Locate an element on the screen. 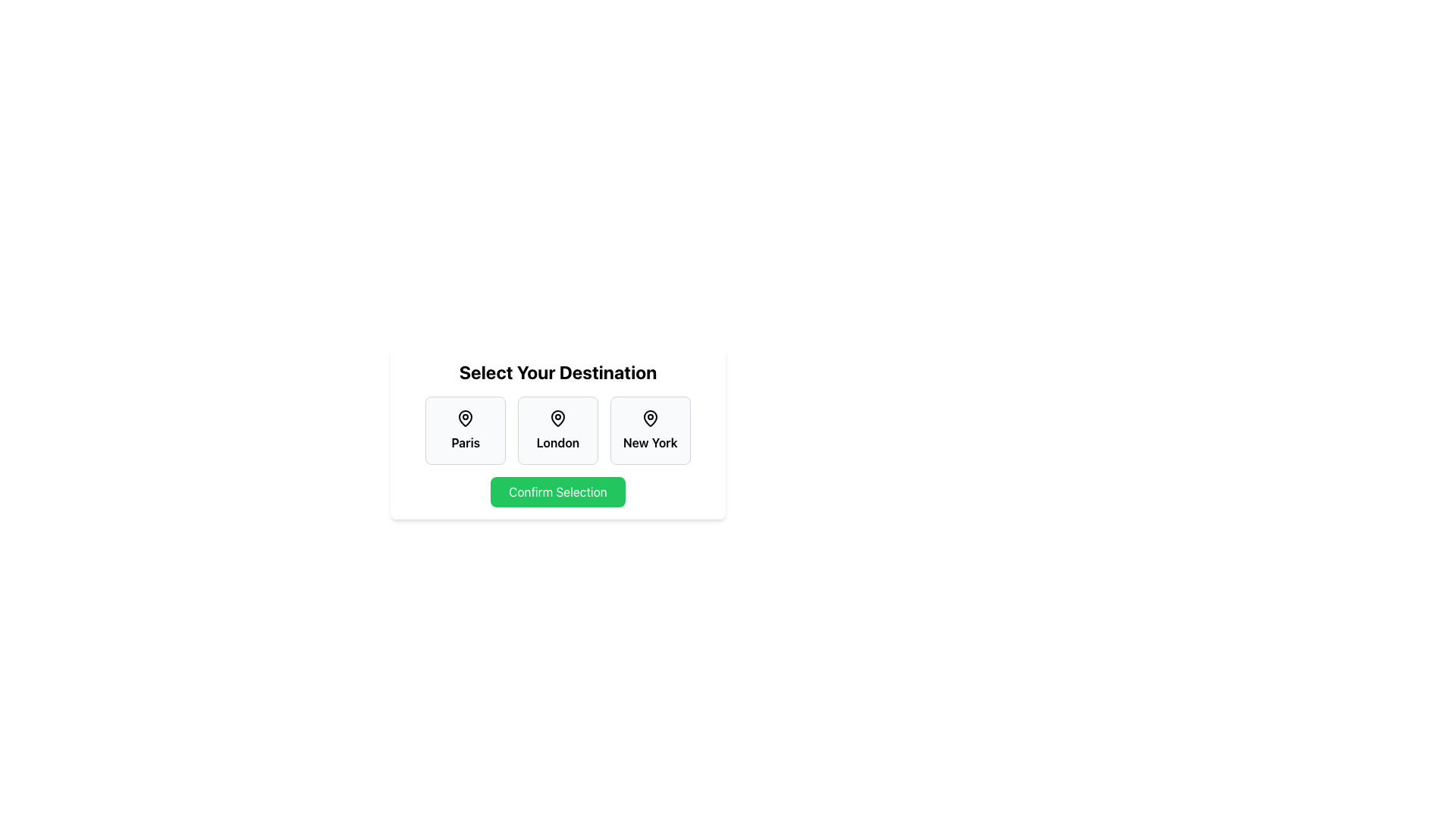  the map pin icon that signifies the location for the 'London' option in the destination selection interface, positioned above the text component displaying 'London' is located at coordinates (557, 418).